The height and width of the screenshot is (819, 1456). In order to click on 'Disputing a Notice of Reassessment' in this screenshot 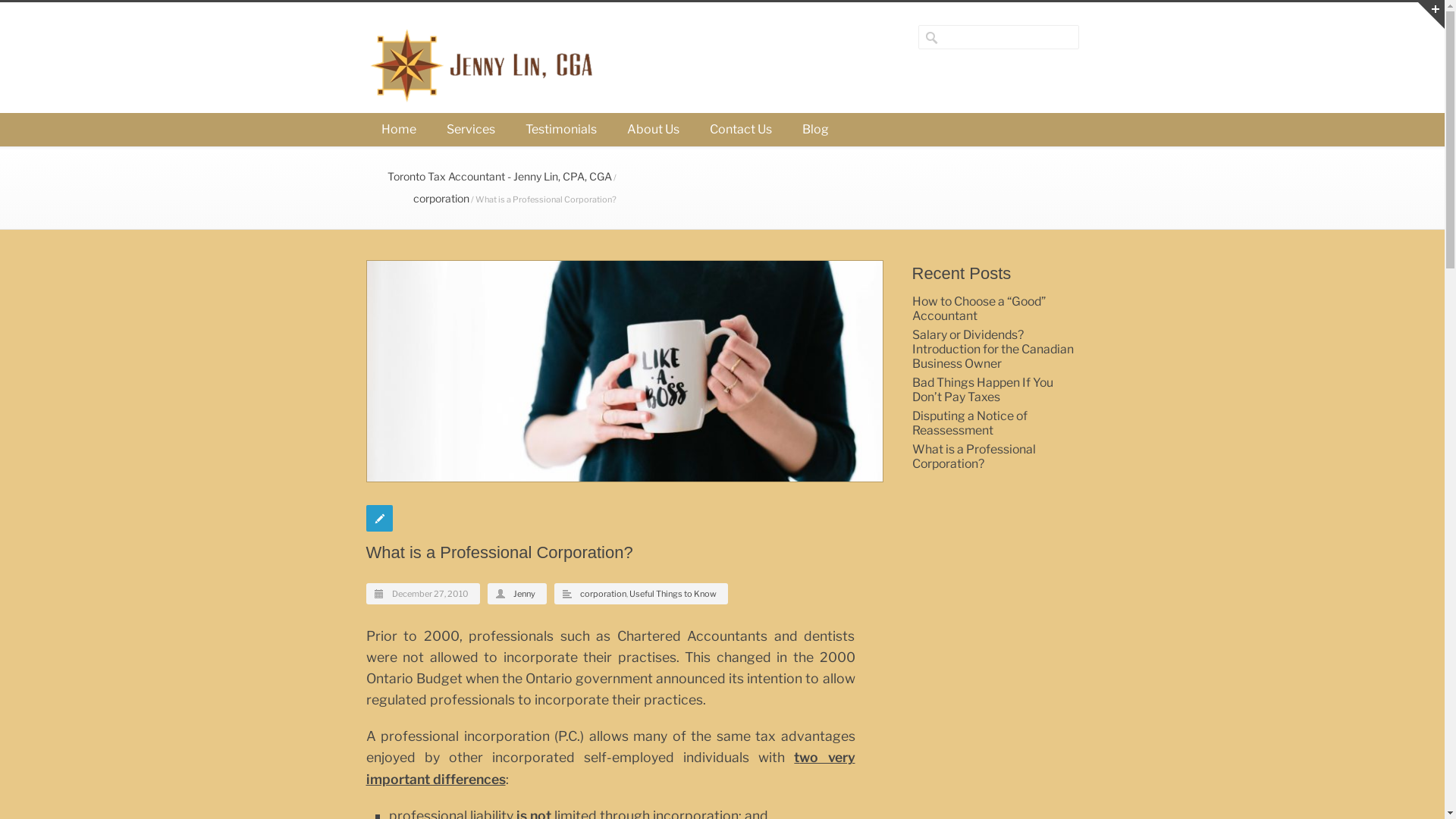, I will do `click(968, 423)`.